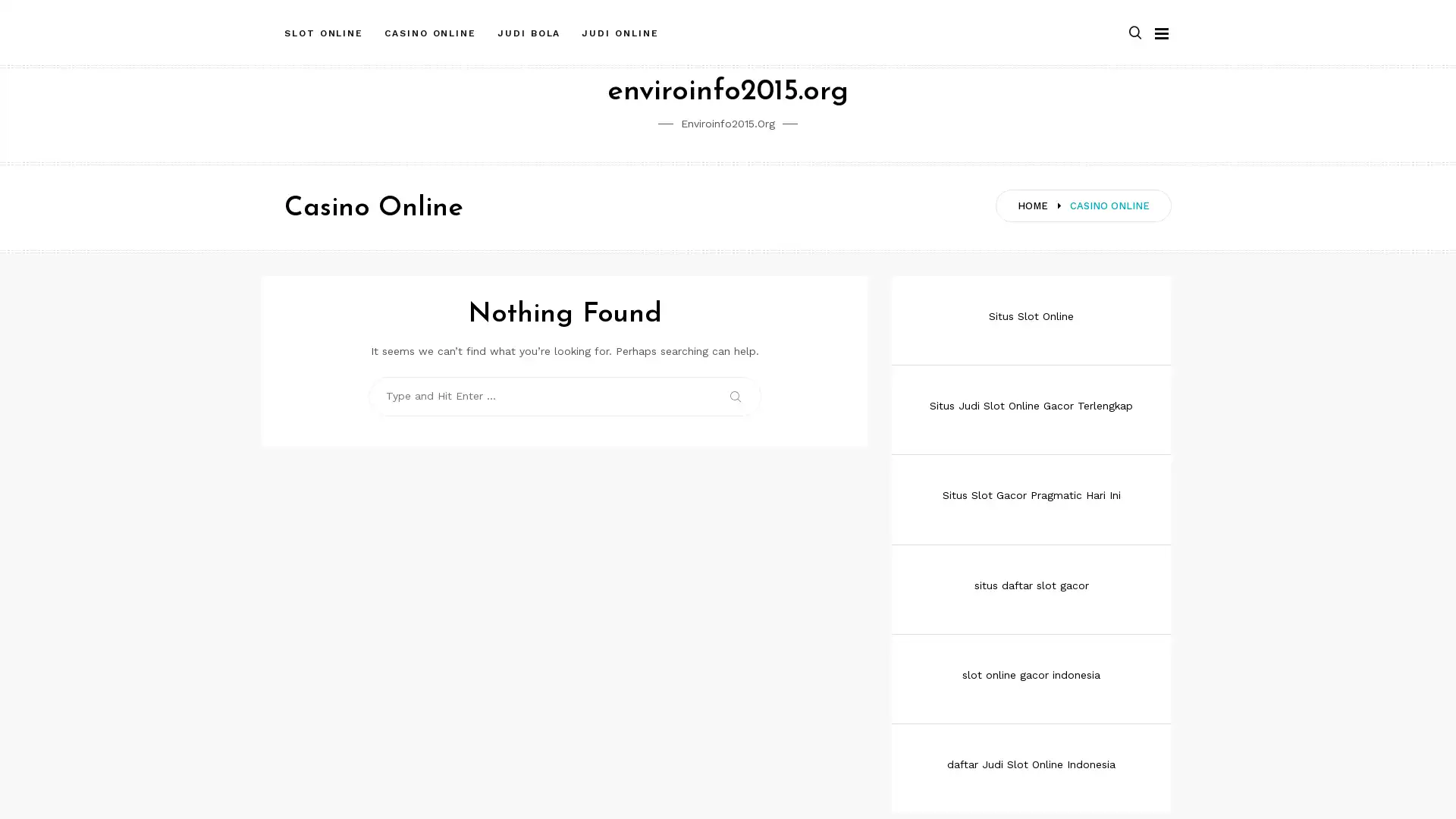  I want to click on Search, so click(736, 395).